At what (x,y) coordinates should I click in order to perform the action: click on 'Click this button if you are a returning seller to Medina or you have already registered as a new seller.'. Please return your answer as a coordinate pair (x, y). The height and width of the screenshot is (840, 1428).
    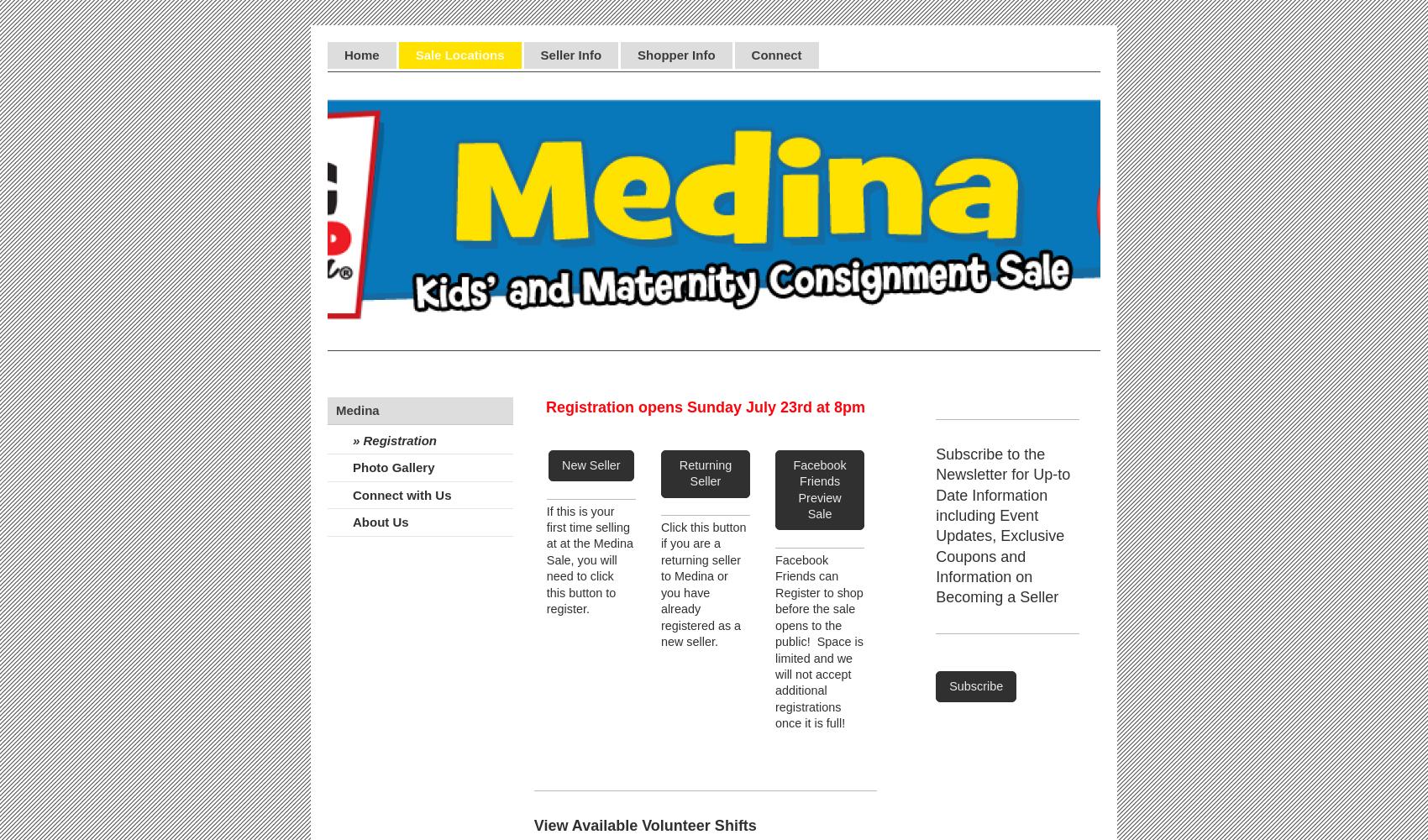
    Looking at the image, I should click on (702, 584).